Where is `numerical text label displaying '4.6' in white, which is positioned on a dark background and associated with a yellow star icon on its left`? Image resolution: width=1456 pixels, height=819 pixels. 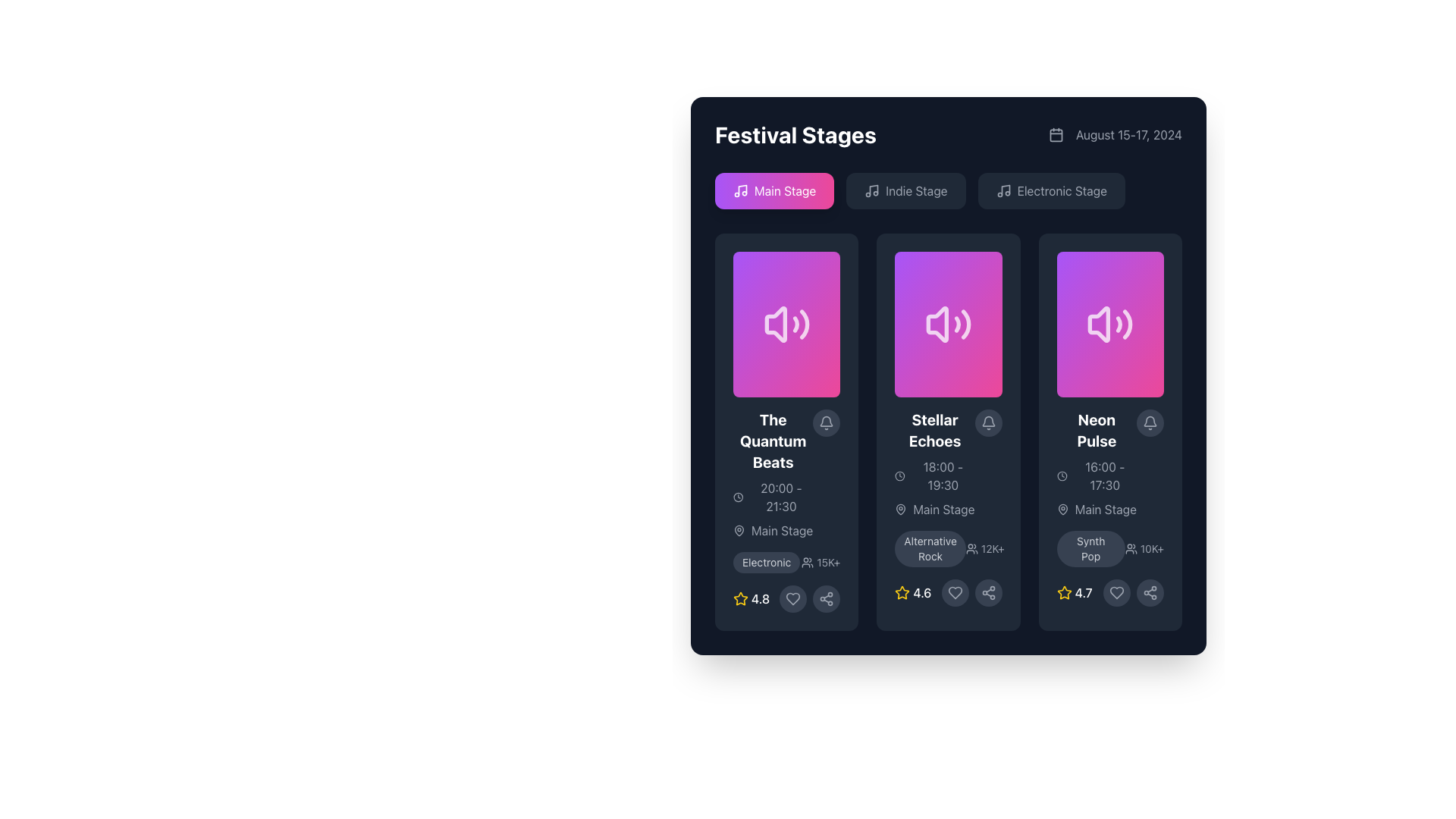
numerical text label displaying '4.6' in white, which is positioned on a dark background and associated with a yellow star icon on its left is located at coordinates (921, 592).